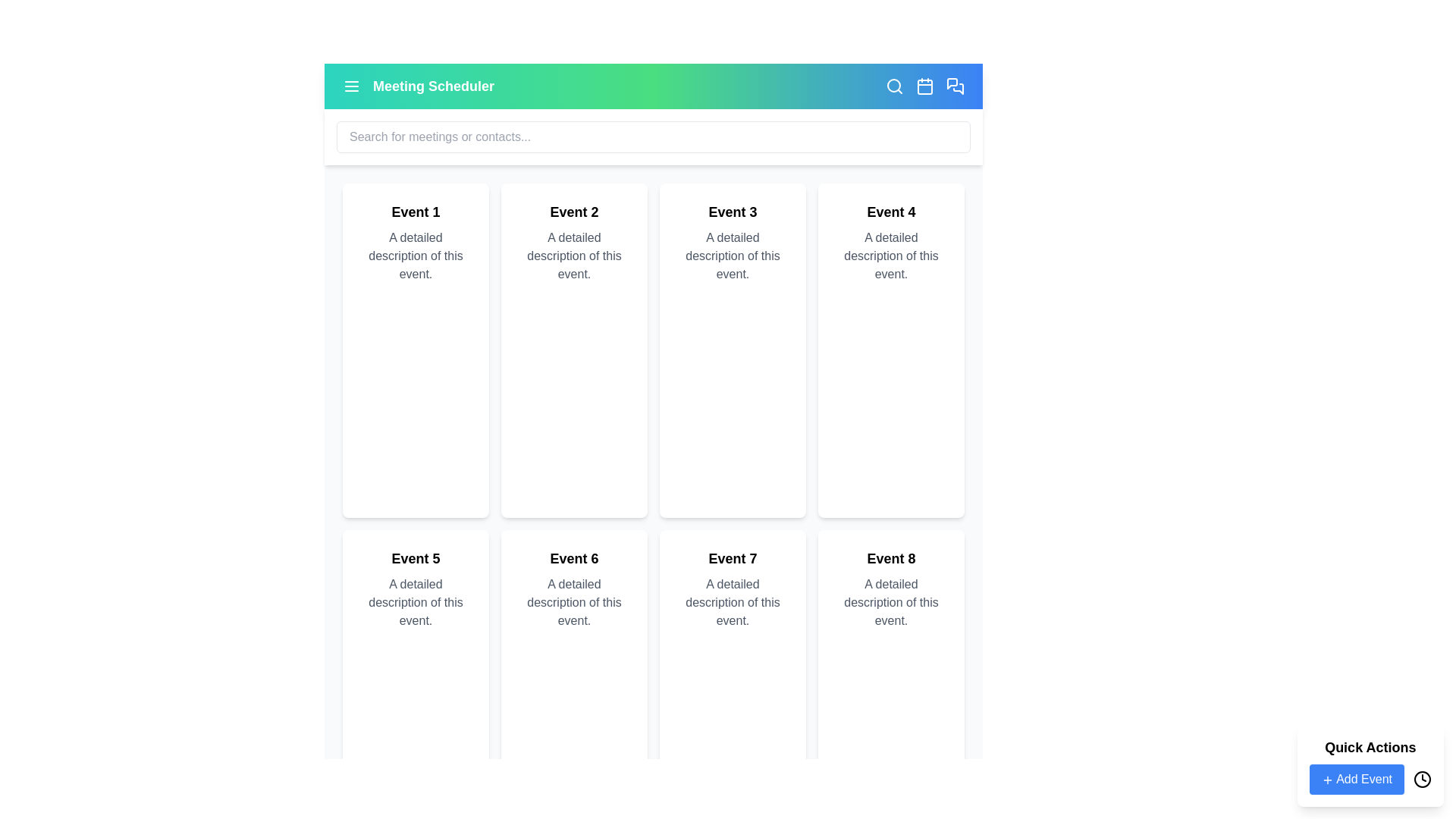 The height and width of the screenshot is (819, 1456). I want to click on the hamburger menu icon, which is represented by three horizontal lines on a teal background, located on the left side of the header bar before the text 'Meeting Scheduler', so click(351, 86).